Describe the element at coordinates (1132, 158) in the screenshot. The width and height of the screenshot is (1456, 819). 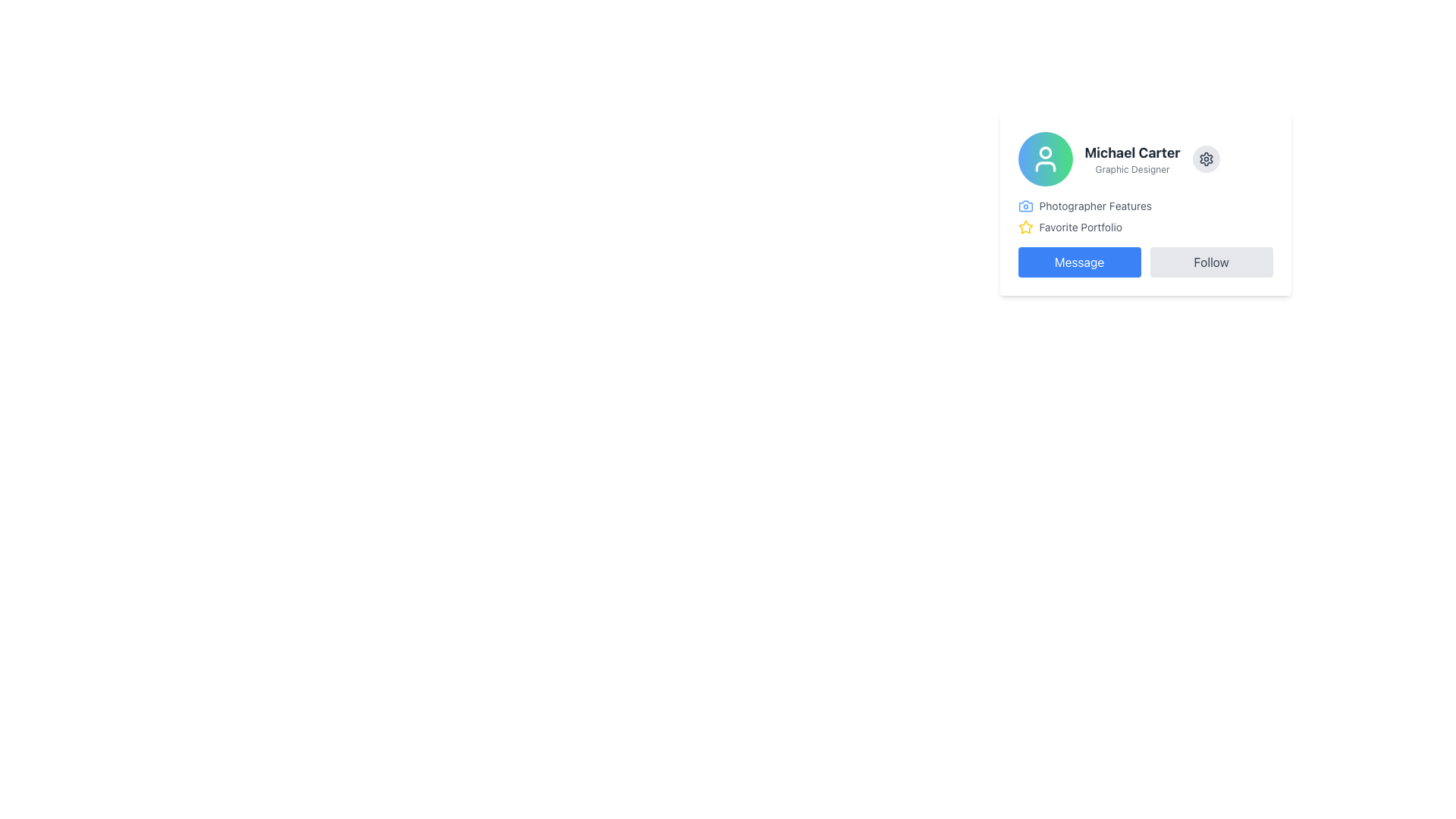
I see `the text block displaying 'Michael Carter' and 'Graphic Designer' for additional details` at that location.